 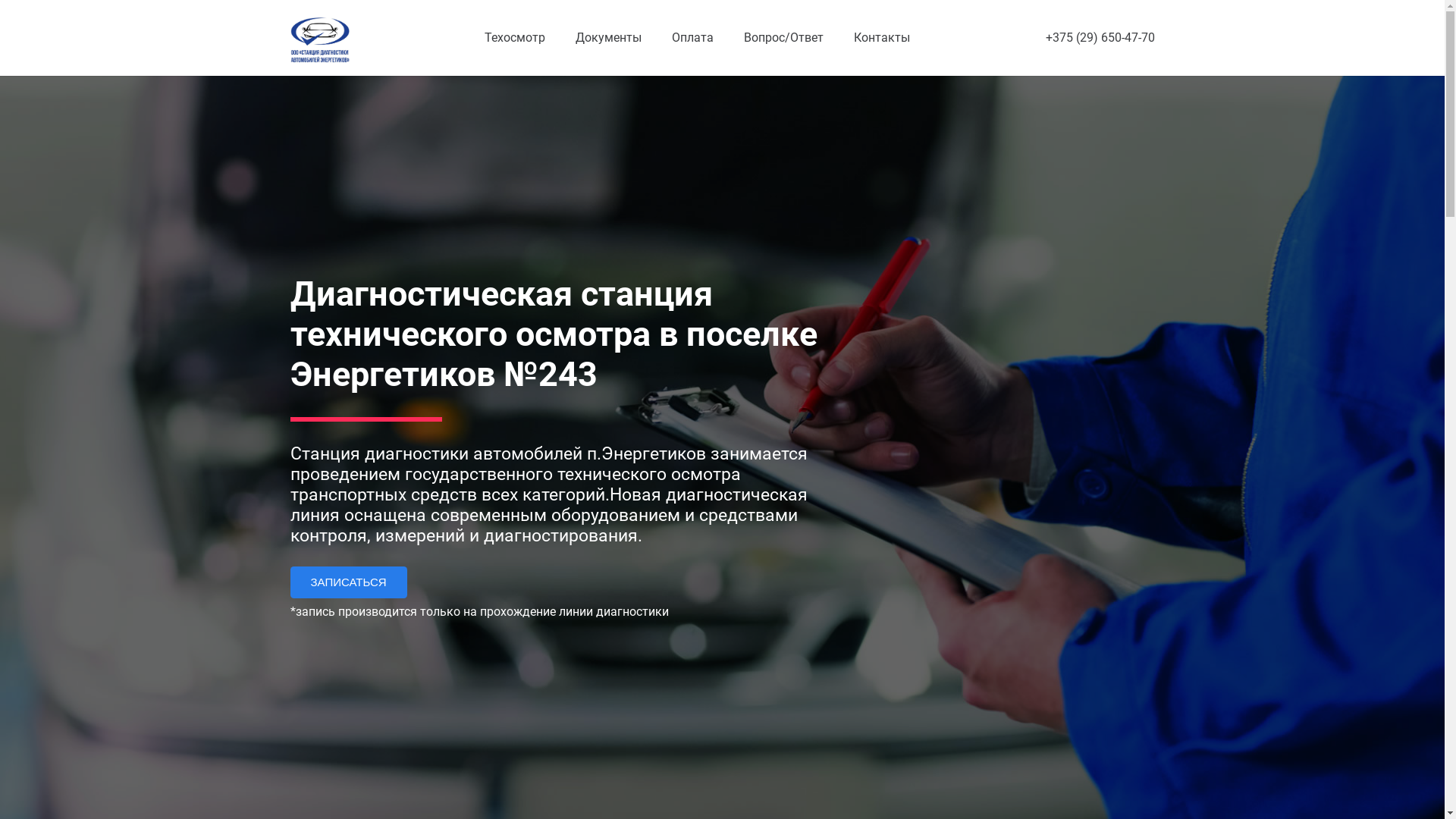 I want to click on '+375 (29) 650-47-70', so click(x=1099, y=36).